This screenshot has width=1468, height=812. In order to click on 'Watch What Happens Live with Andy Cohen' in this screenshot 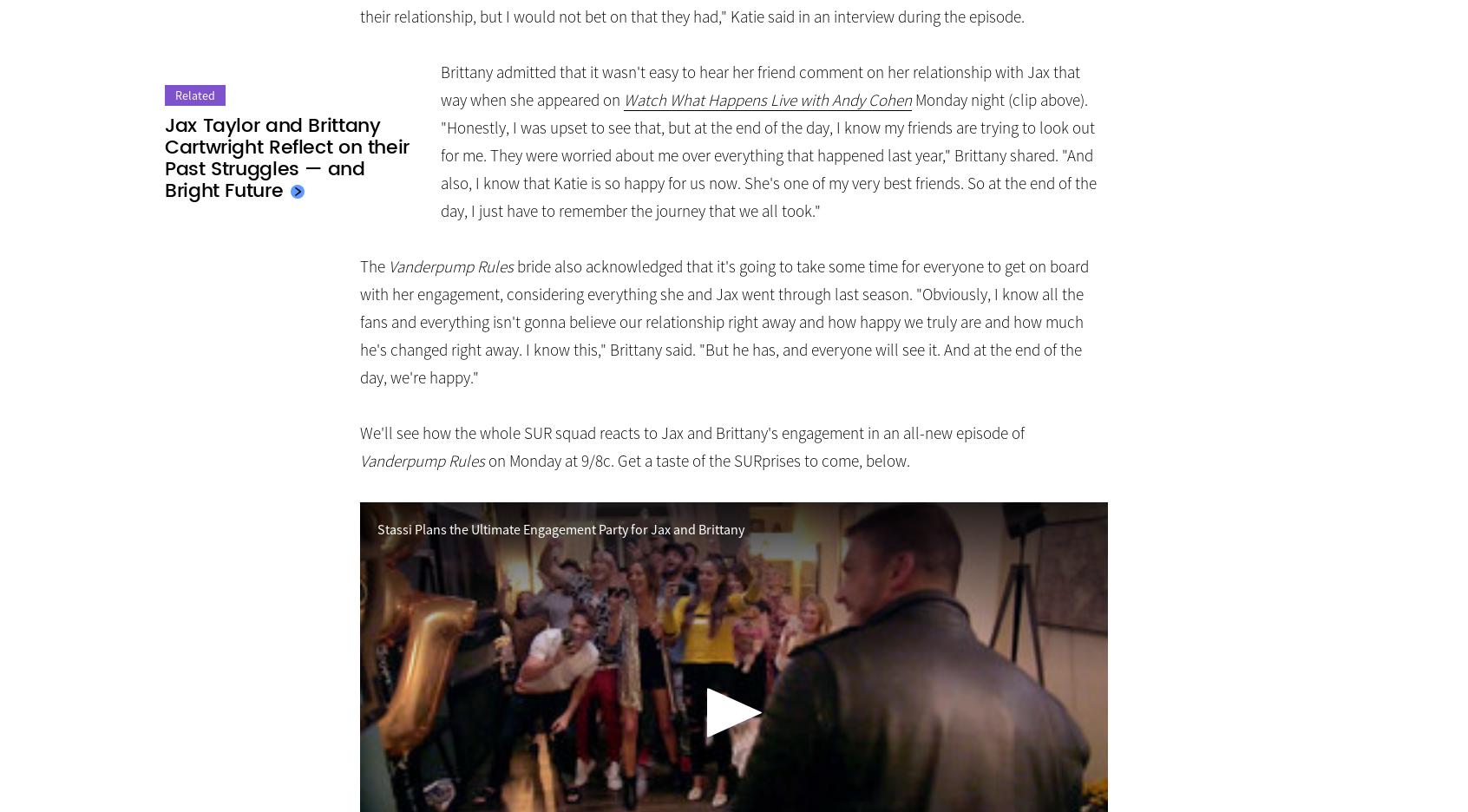, I will do `click(622, 99)`.